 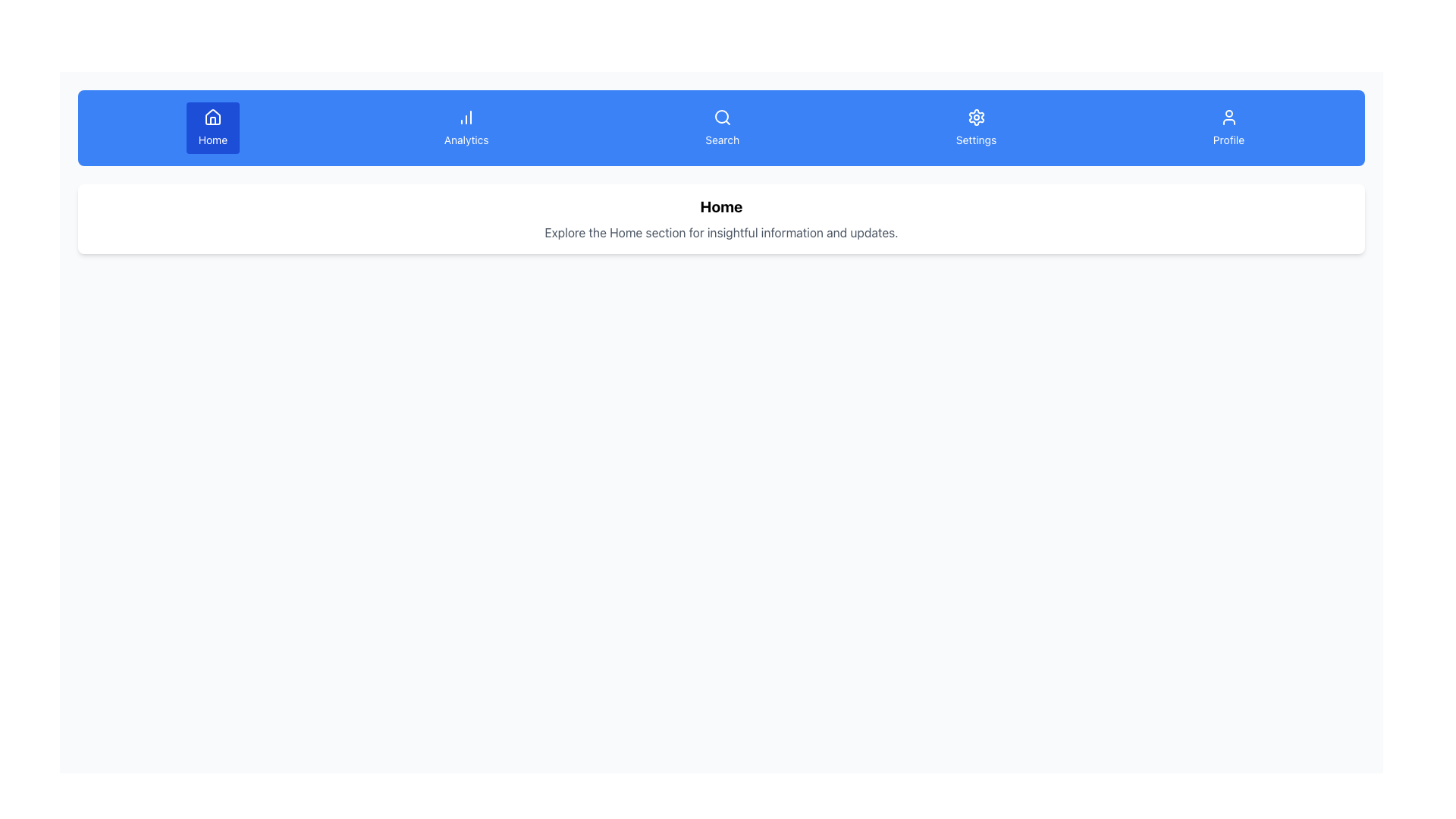 What do you see at coordinates (976, 116) in the screenshot?
I see `the gear-shaped settings icon located in the fourth position of the horizontal navigation bar, which has a blue background and is visually centered within its button` at bounding box center [976, 116].